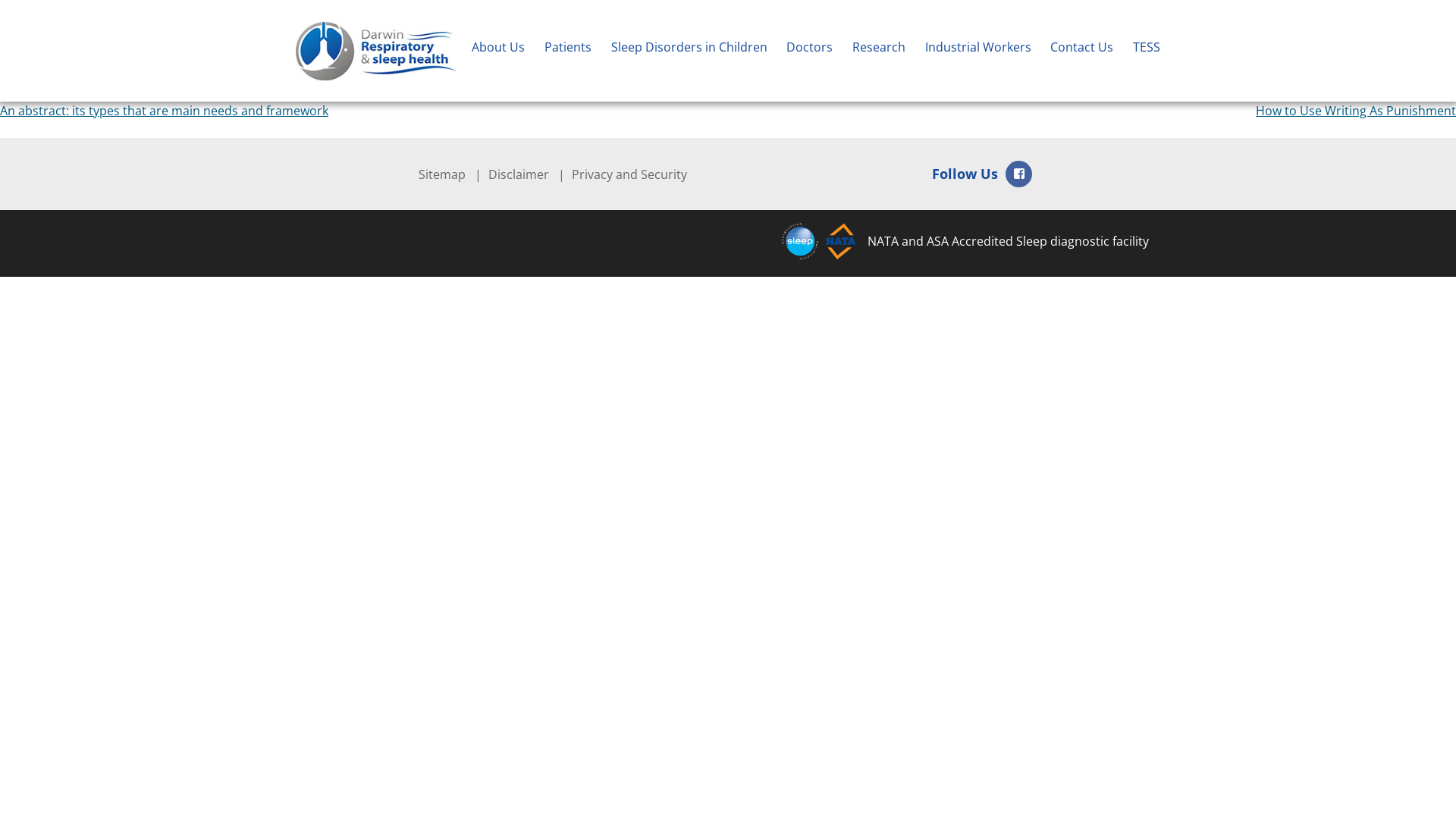  What do you see at coordinates (688, 49) in the screenshot?
I see `'Sleep Disorders in Children'` at bounding box center [688, 49].